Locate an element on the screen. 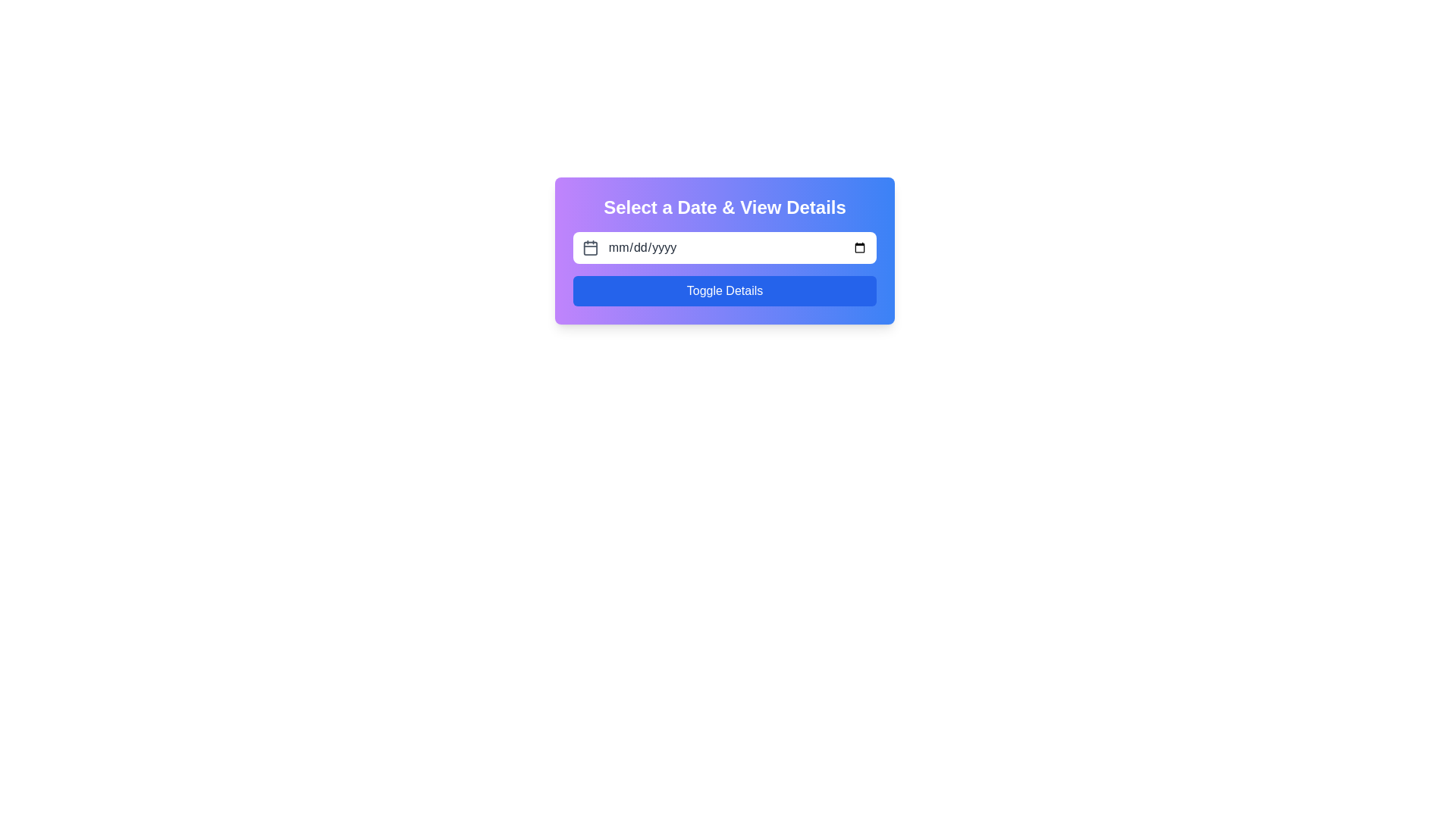  the blue rectangular button labeled 'Toggle Details' is located at coordinates (723, 291).